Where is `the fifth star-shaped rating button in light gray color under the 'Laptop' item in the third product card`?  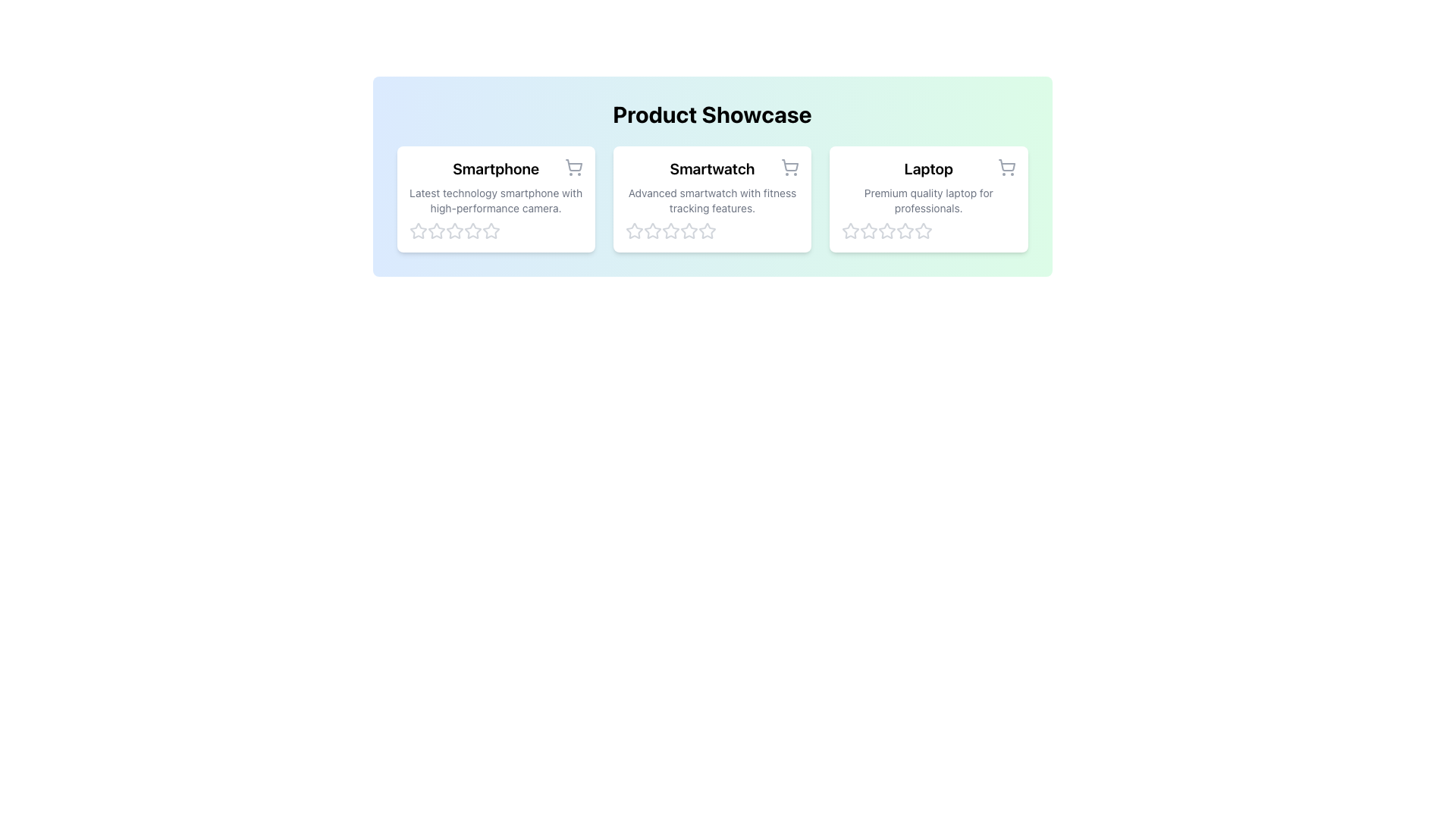 the fifth star-shaped rating button in light gray color under the 'Laptop' item in the third product card is located at coordinates (923, 231).